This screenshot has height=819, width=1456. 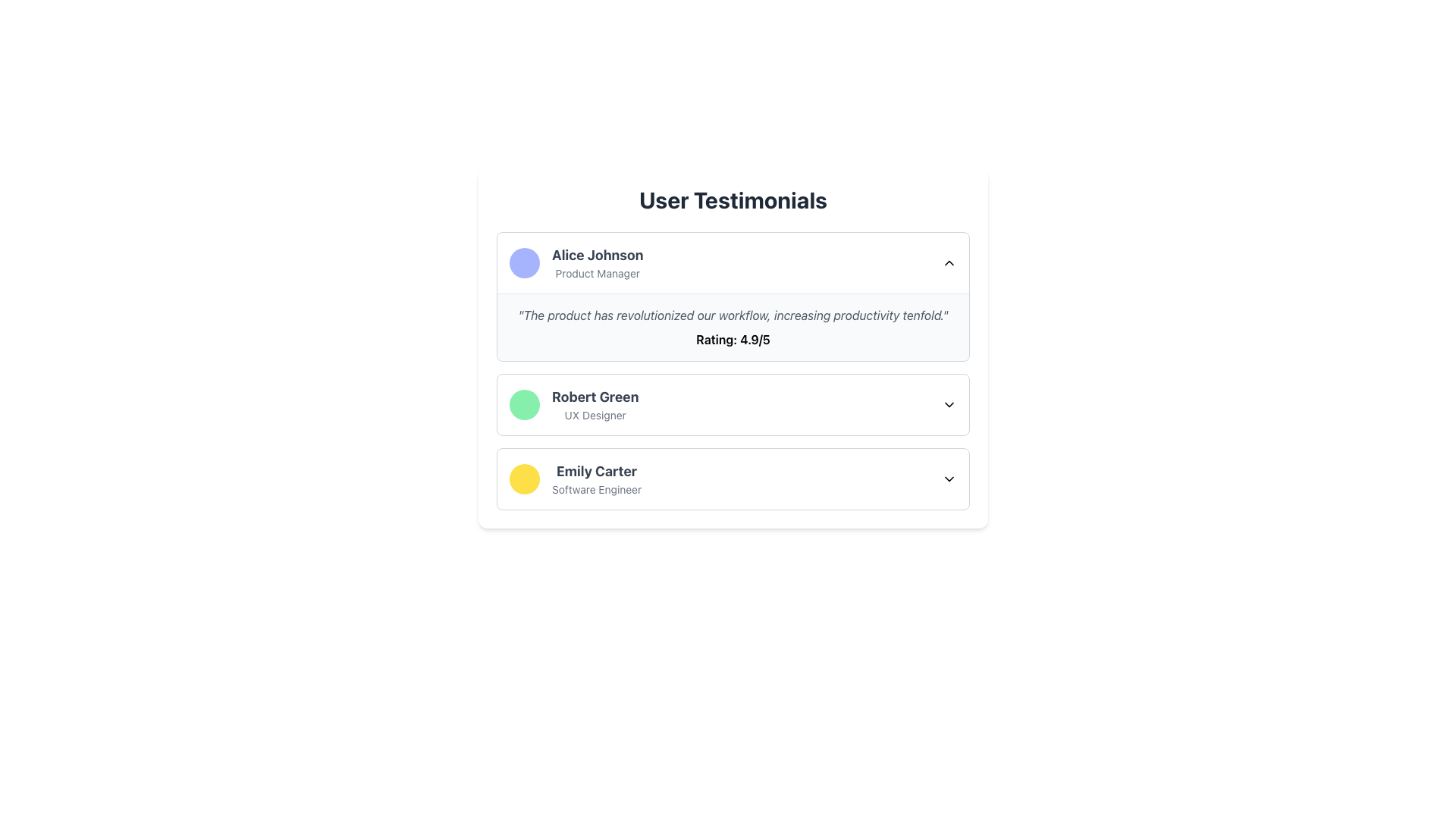 What do you see at coordinates (595, 415) in the screenshot?
I see `the text label displaying the occupation 'UX Designer' associated with 'Robert Green', which is positioned directly beneath the name in the testimonial section` at bounding box center [595, 415].